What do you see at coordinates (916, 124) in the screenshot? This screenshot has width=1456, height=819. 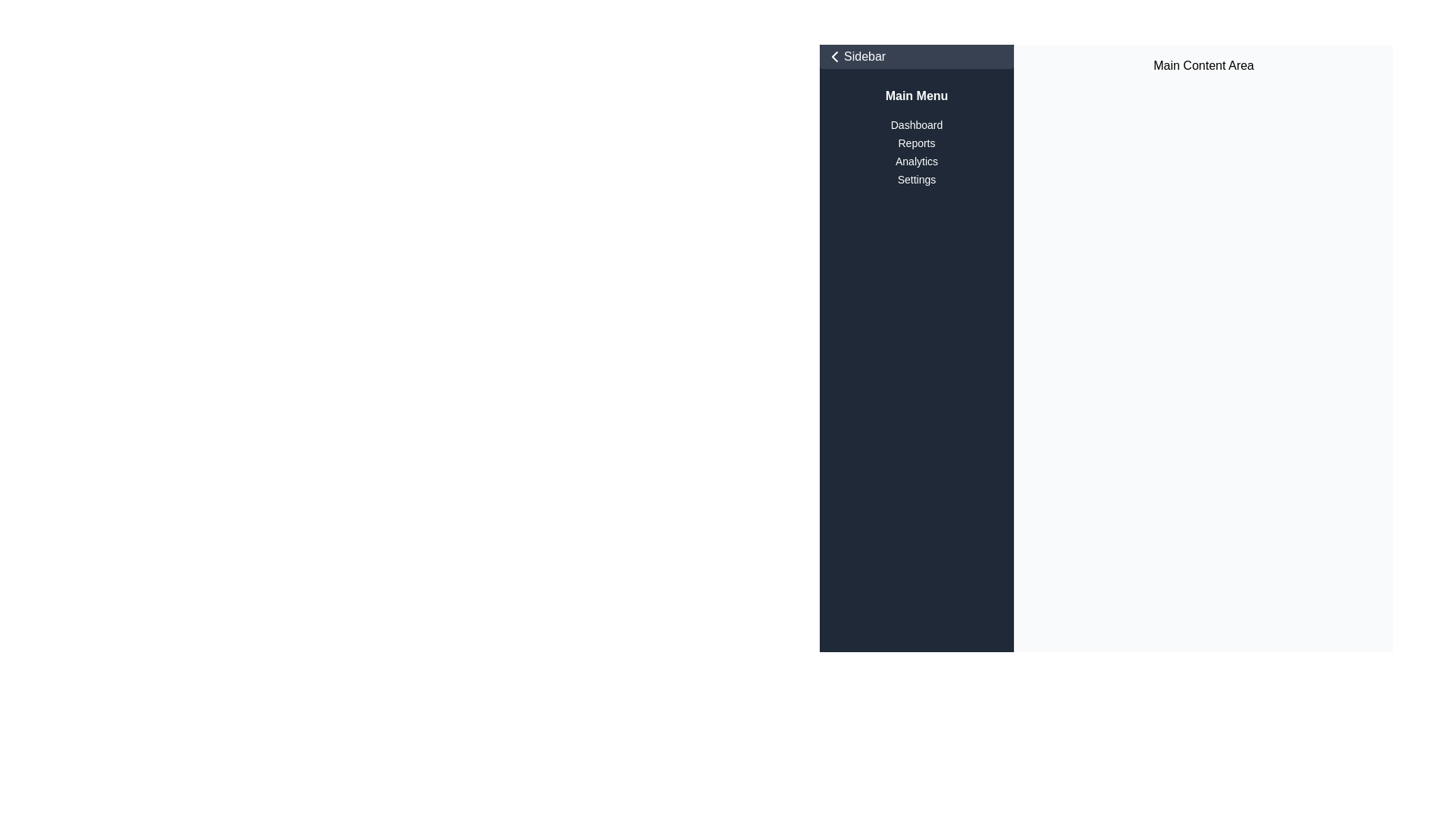 I see `the first textual navigation link in the sidebar` at bounding box center [916, 124].